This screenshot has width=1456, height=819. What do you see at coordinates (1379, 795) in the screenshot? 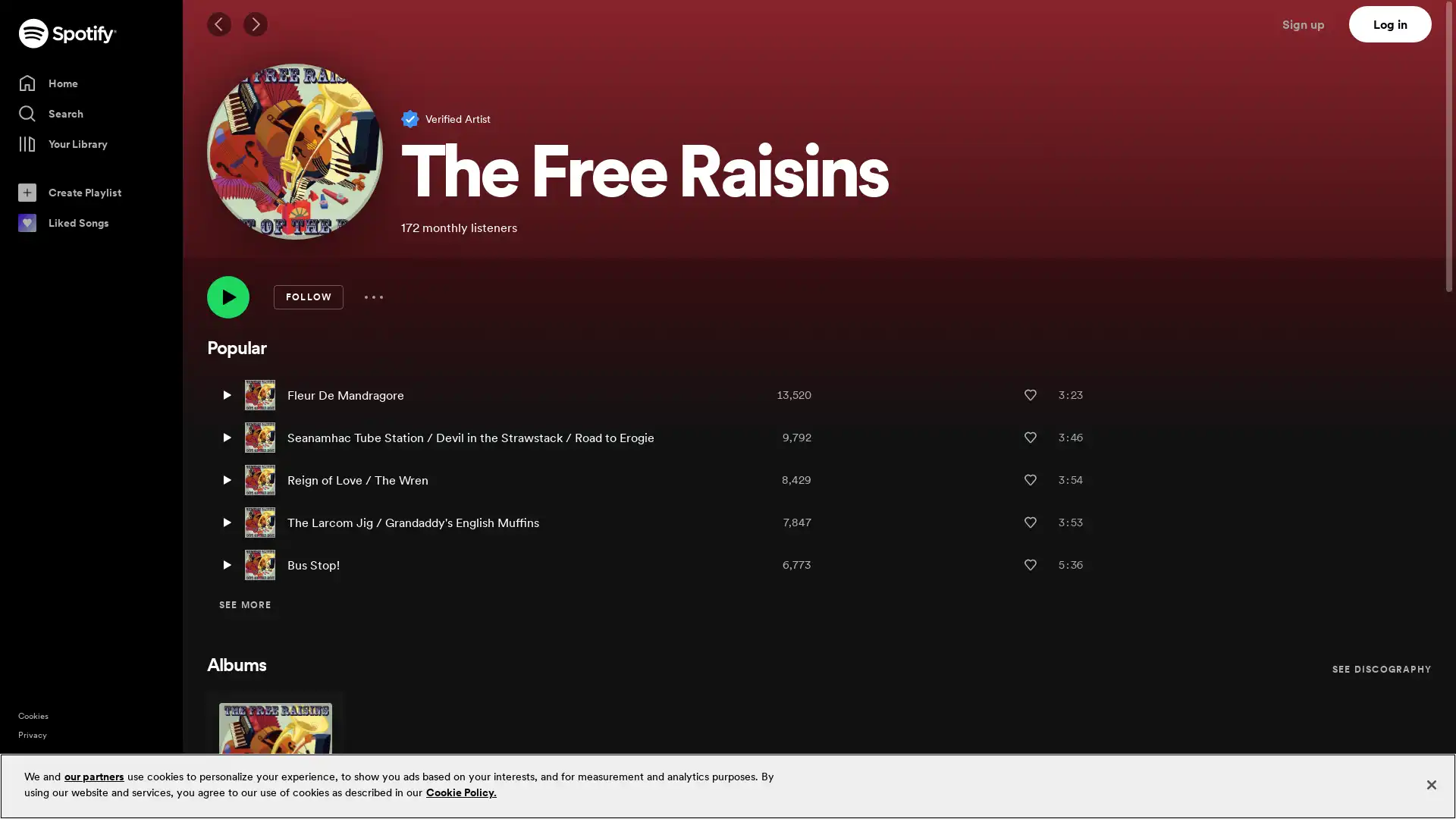
I see `Sign up free` at bounding box center [1379, 795].